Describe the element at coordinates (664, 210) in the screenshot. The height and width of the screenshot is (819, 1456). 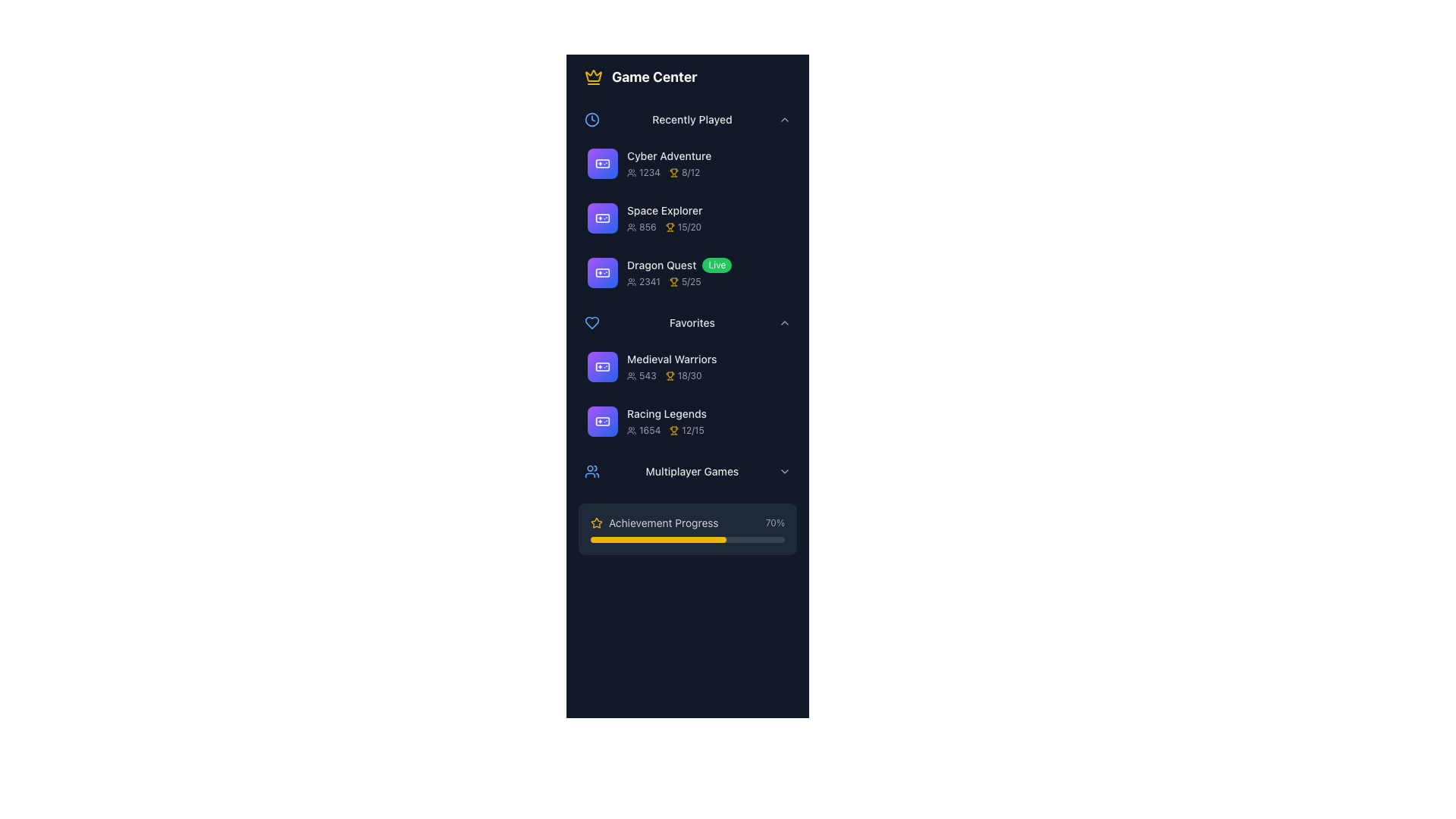
I see `the text label displaying the game name 'Space Explorer' located in the 'Recently Played' section of the 'Game Center' interface` at that location.